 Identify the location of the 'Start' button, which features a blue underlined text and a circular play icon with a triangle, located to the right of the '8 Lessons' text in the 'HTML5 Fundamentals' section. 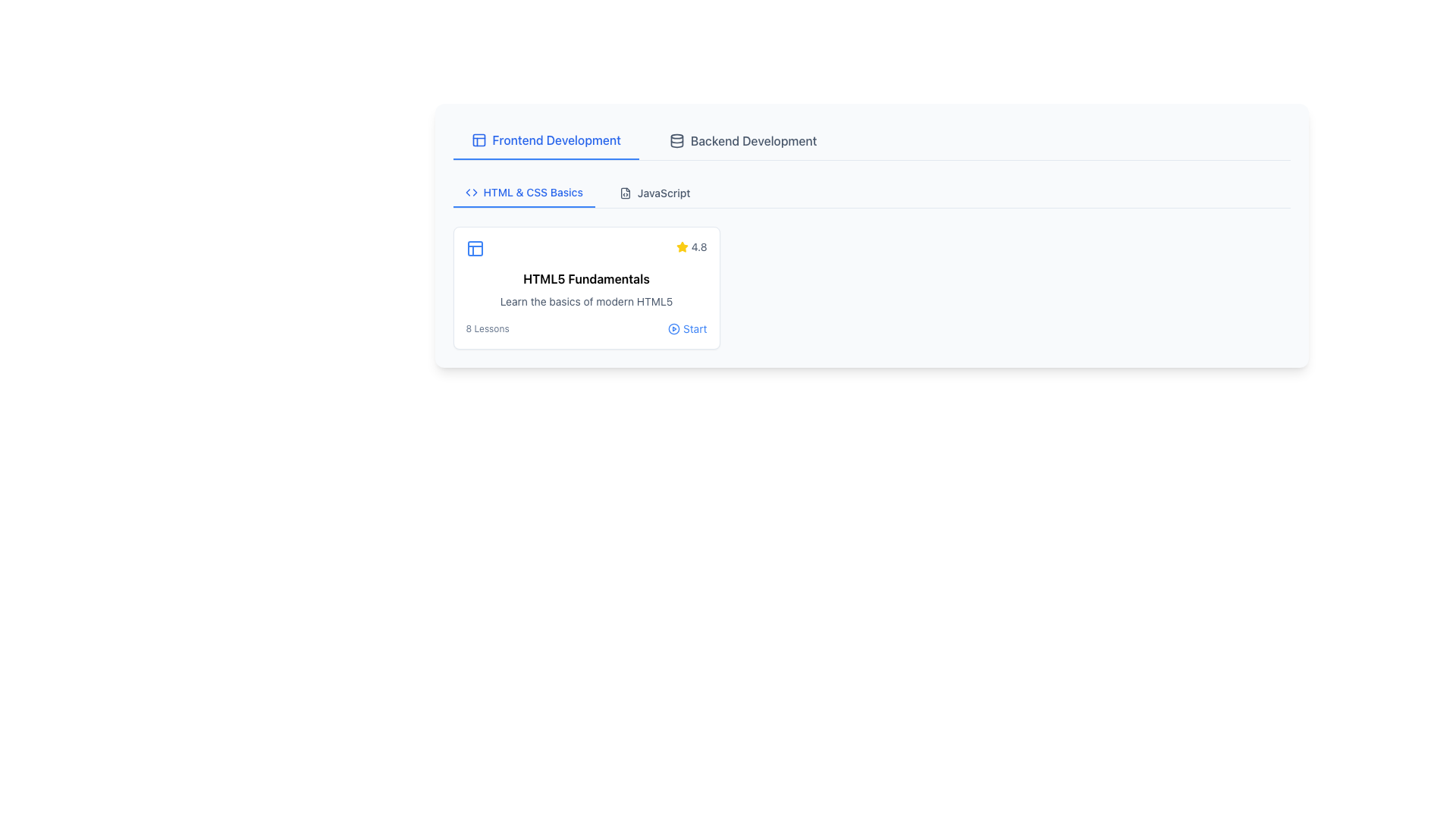
(686, 328).